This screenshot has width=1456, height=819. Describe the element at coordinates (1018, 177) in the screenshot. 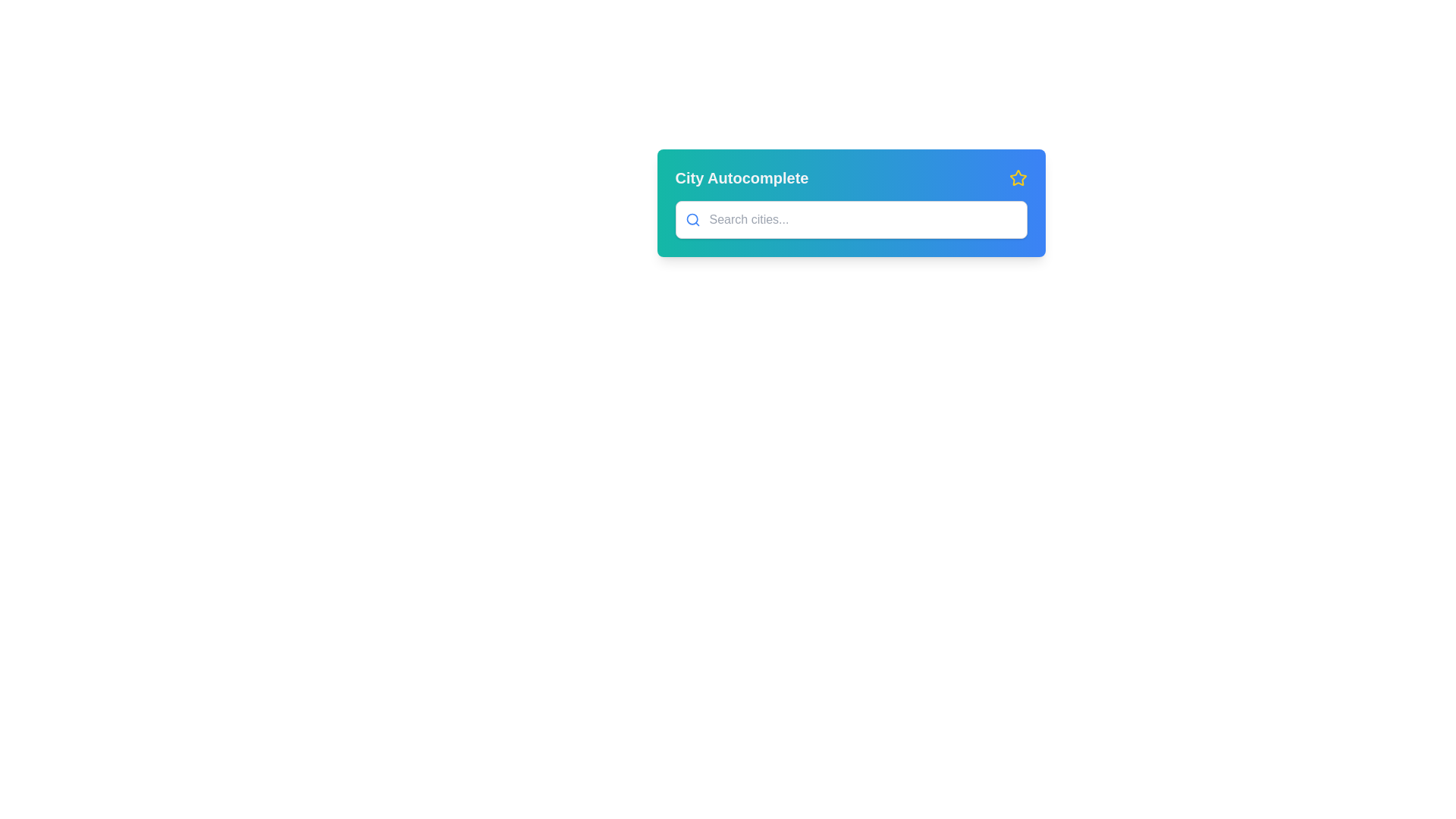

I see `the star icon in the top-right corner of the blue-gradient 'City Autocomplete' card to mark it as a favorite` at that location.